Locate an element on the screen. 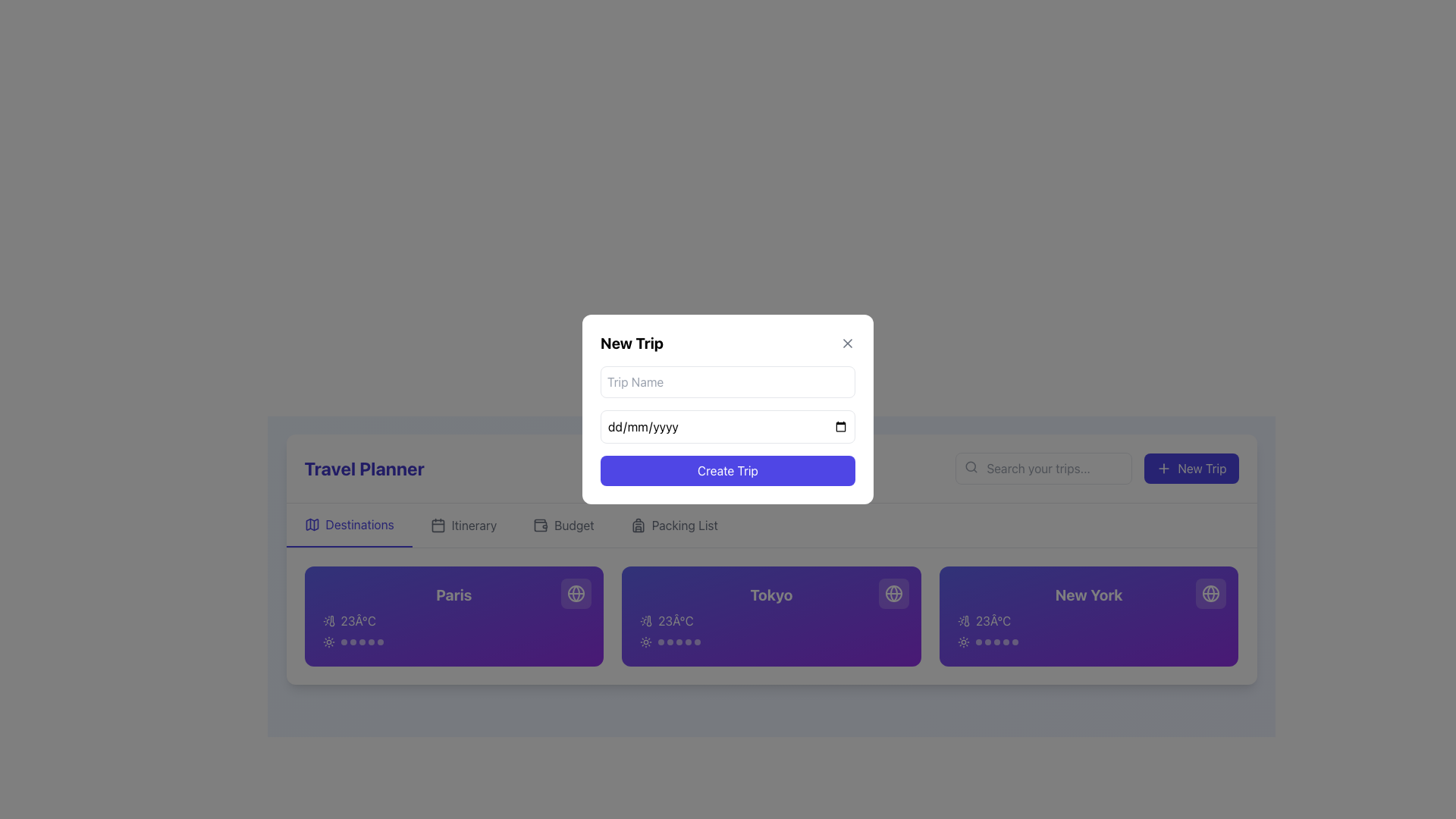 This screenshot has width=1456, height=819. the icon button located at the top-right corner of the 'Paris' card for further actions is located at coordinates (576, 593).